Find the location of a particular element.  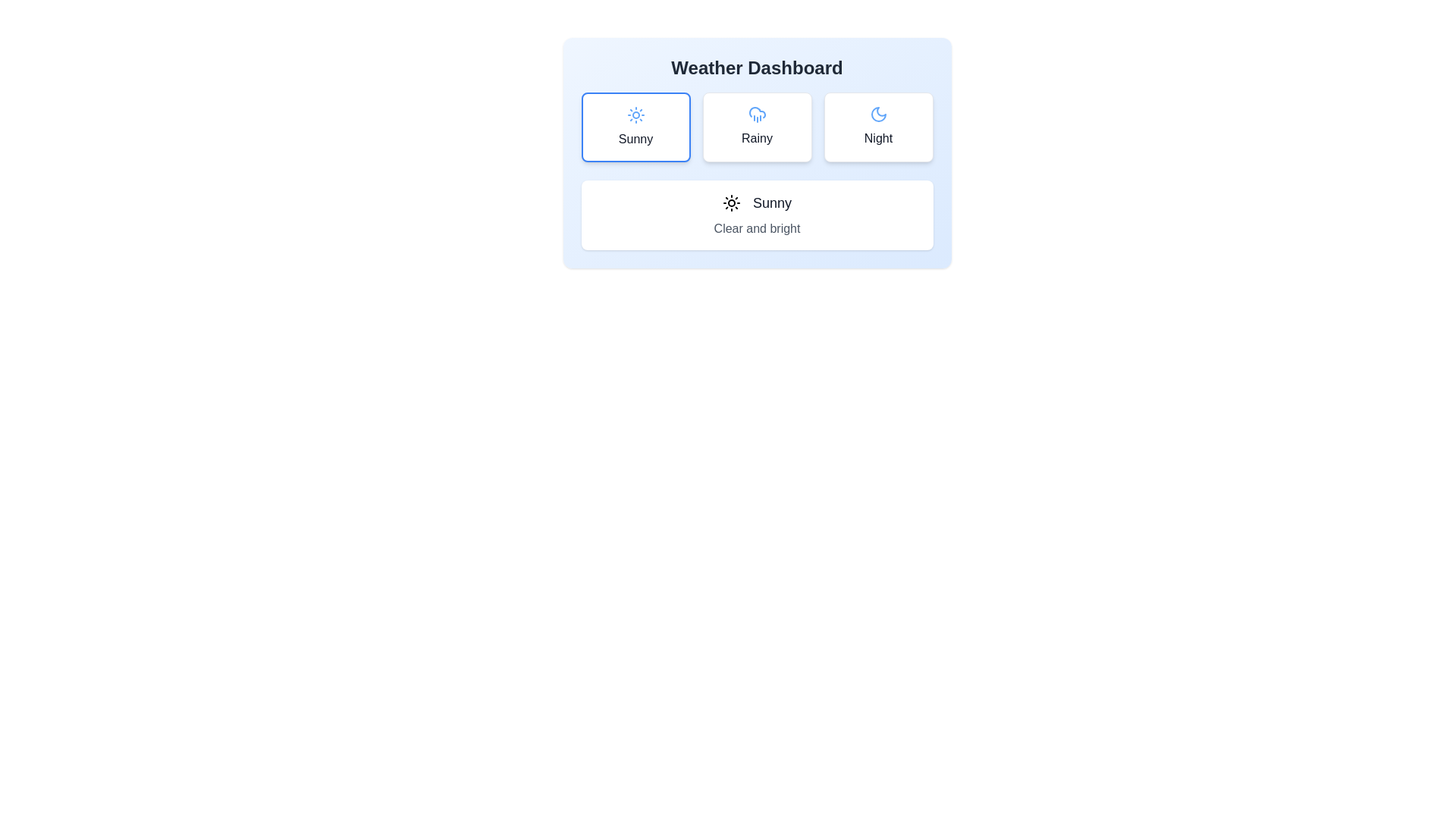

the card labeled 'Rainy' is located at coordinates (757, 127).